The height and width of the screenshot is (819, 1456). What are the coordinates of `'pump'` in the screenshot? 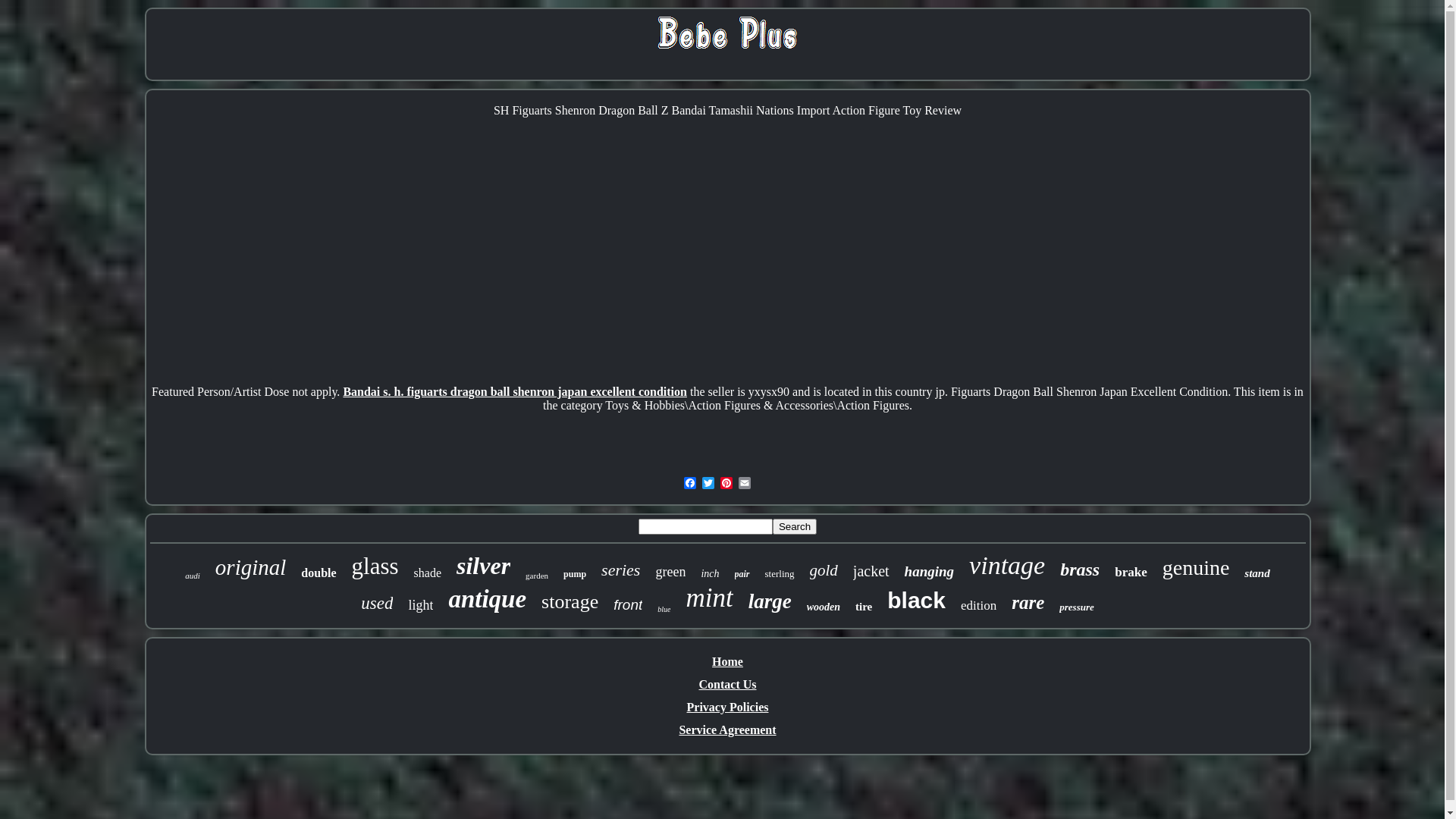 It's located at (574, 574).